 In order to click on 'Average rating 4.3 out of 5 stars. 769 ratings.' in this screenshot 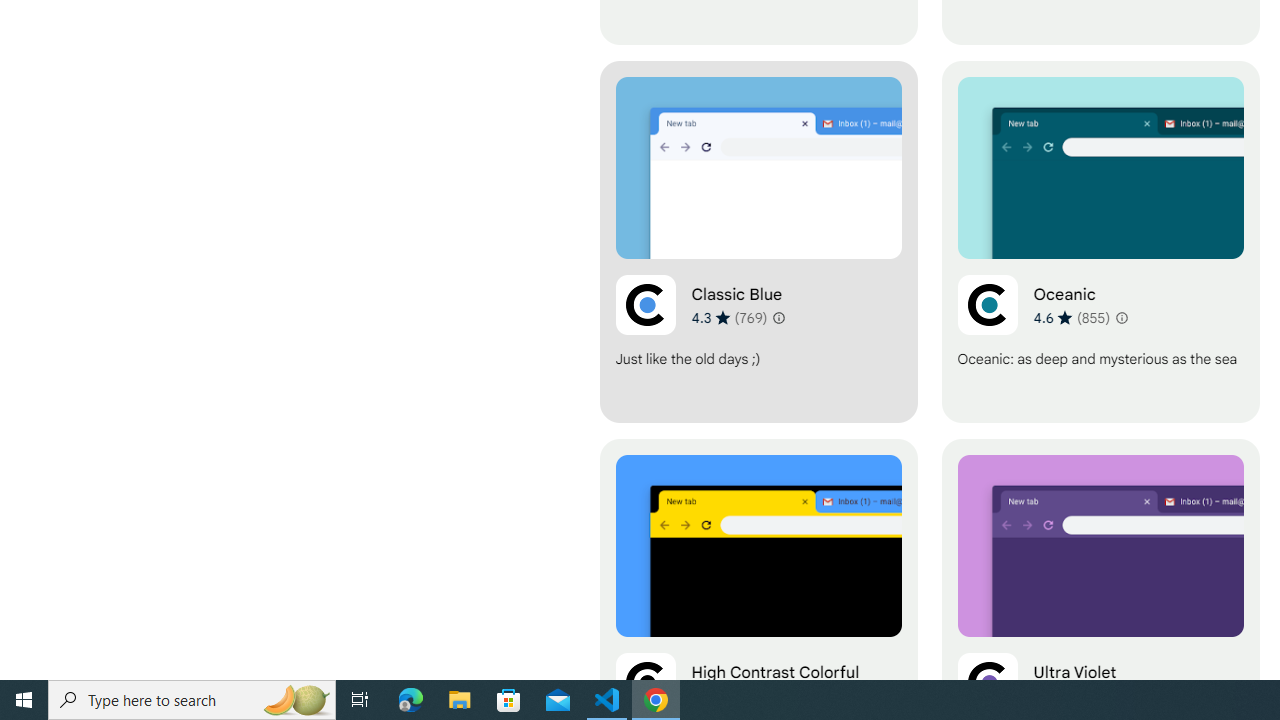, I will do `click(728, 316)`.